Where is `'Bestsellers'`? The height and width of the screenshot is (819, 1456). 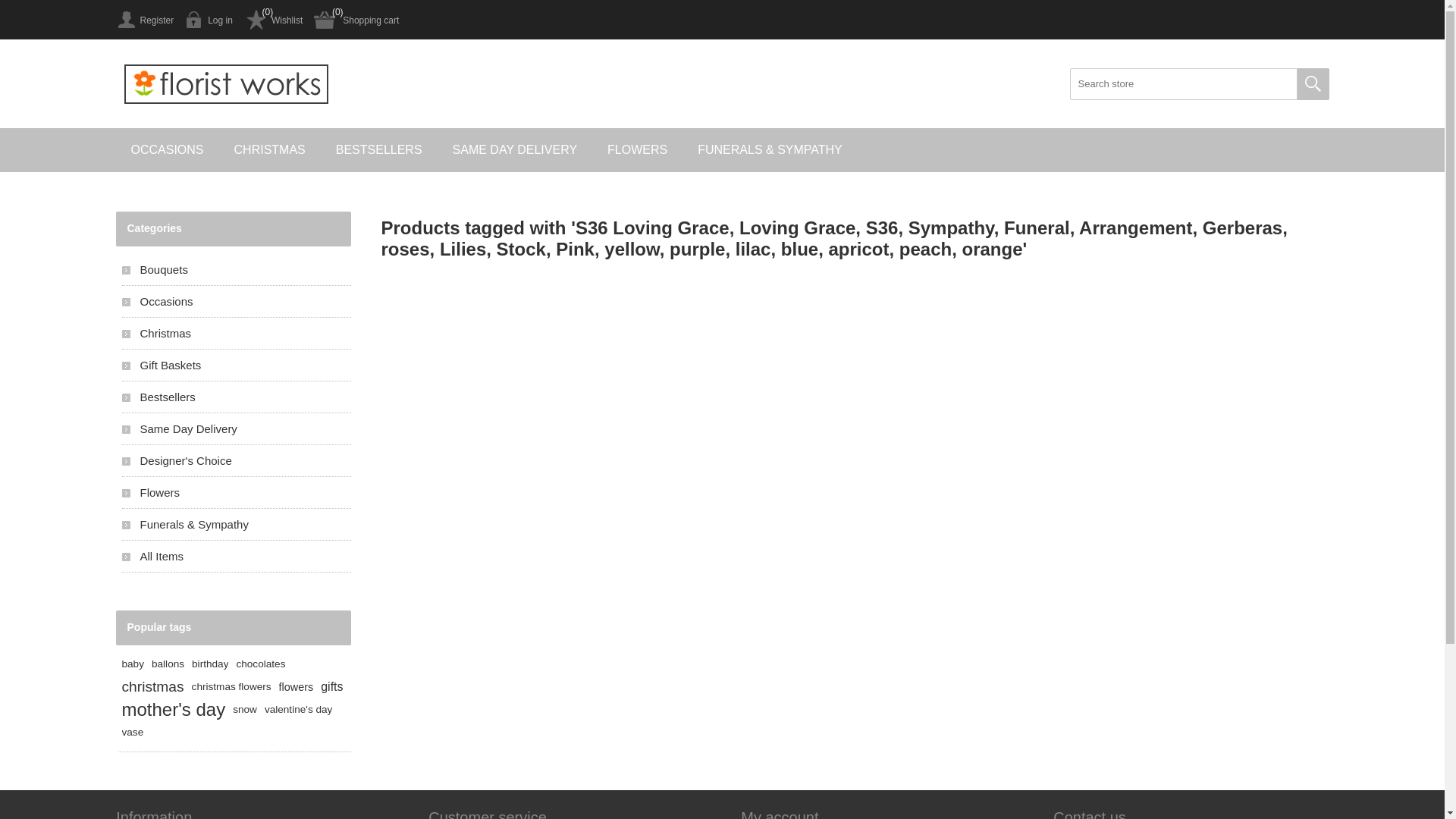 'Bestsellers' is located at coordinates (235, 396).